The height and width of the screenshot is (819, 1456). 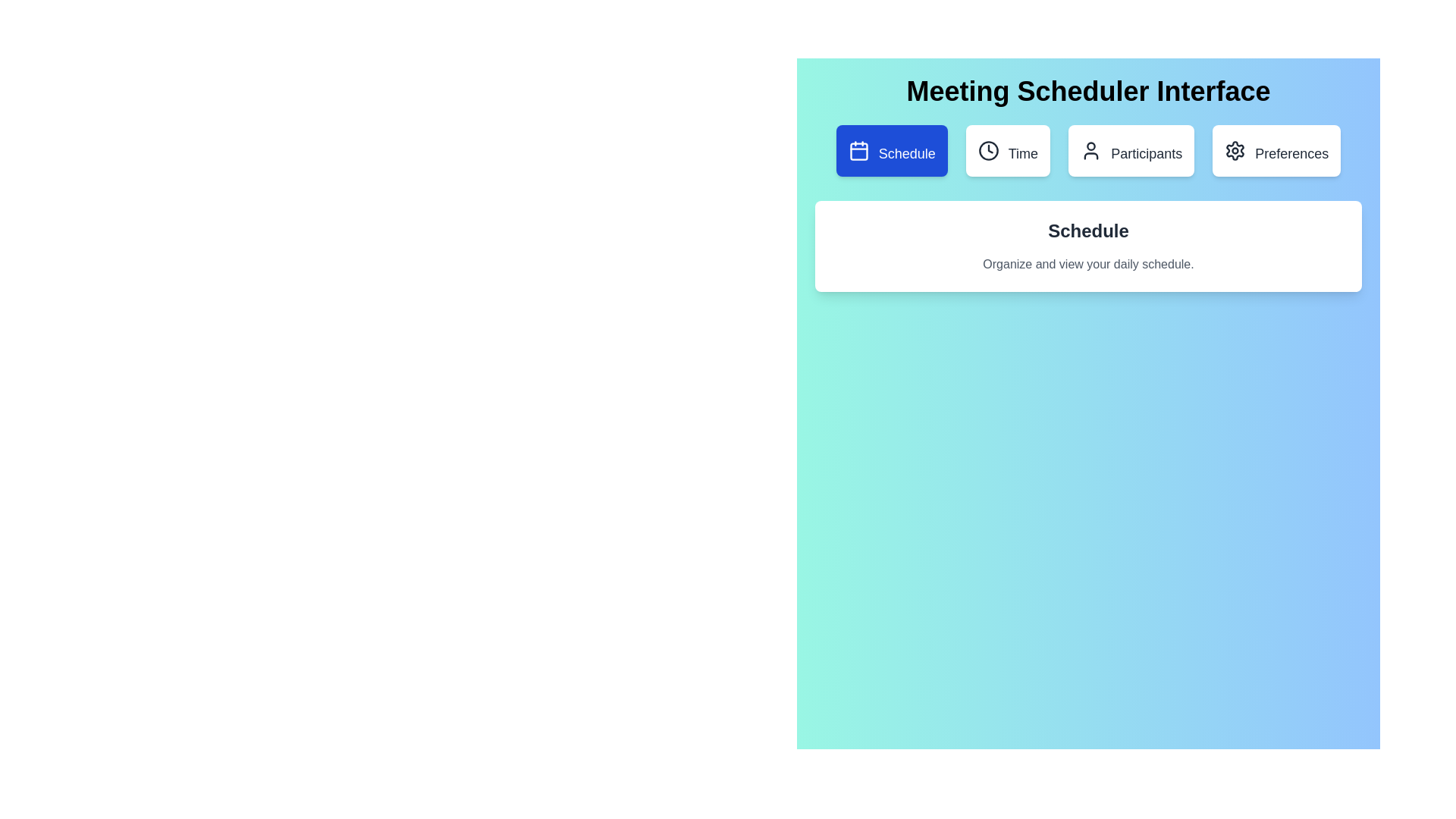 What do you see at coordinates (988, 151) in the screenshot?
I see `the circular SVG element forming the outer boundary of the clock icon located in the second button labeled 'Time' in the top horizontal navigation bar` at bounding box center [988, 151].